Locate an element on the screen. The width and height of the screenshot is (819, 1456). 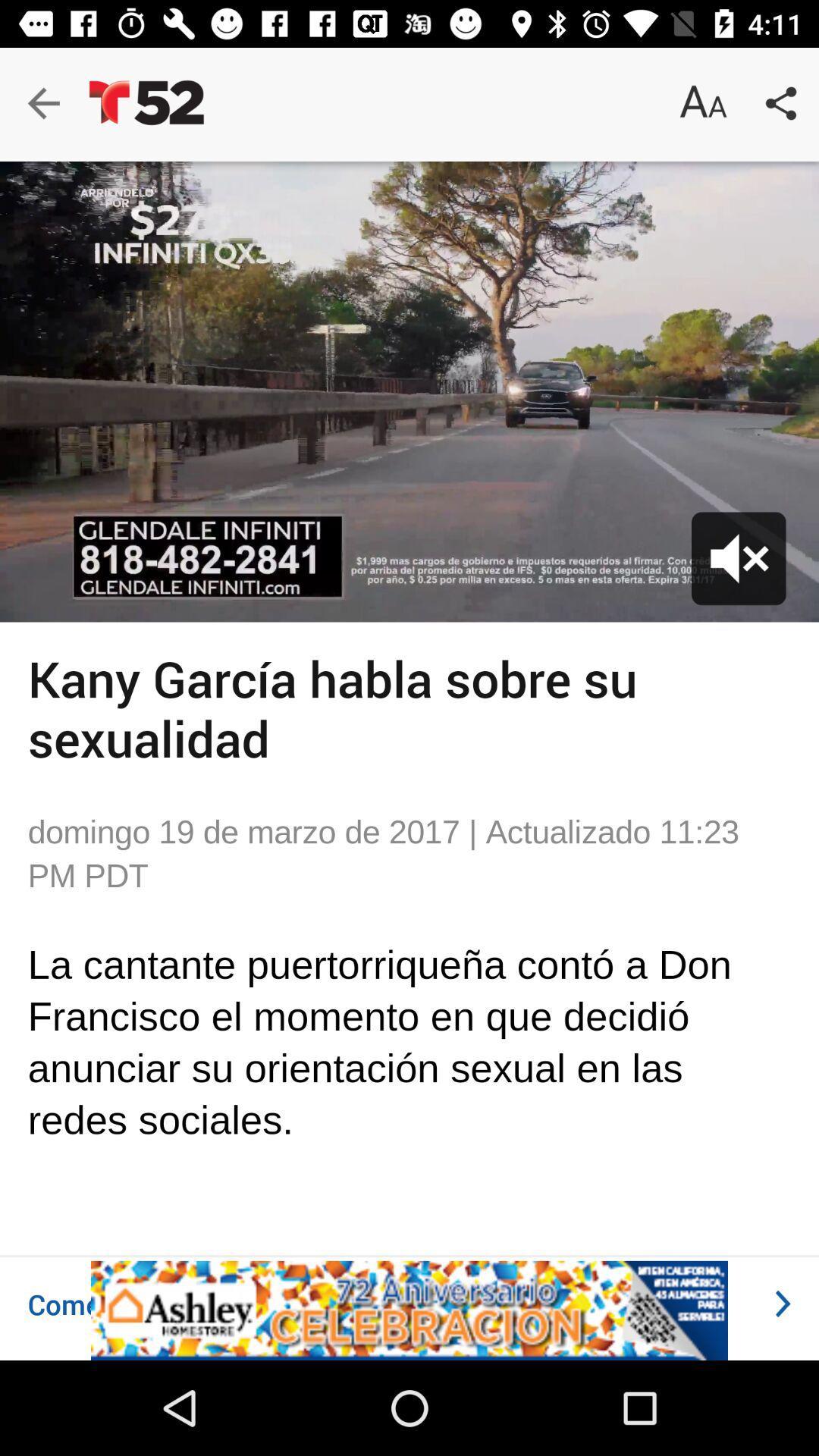
the volume icon is located at coordinates (739, 557).